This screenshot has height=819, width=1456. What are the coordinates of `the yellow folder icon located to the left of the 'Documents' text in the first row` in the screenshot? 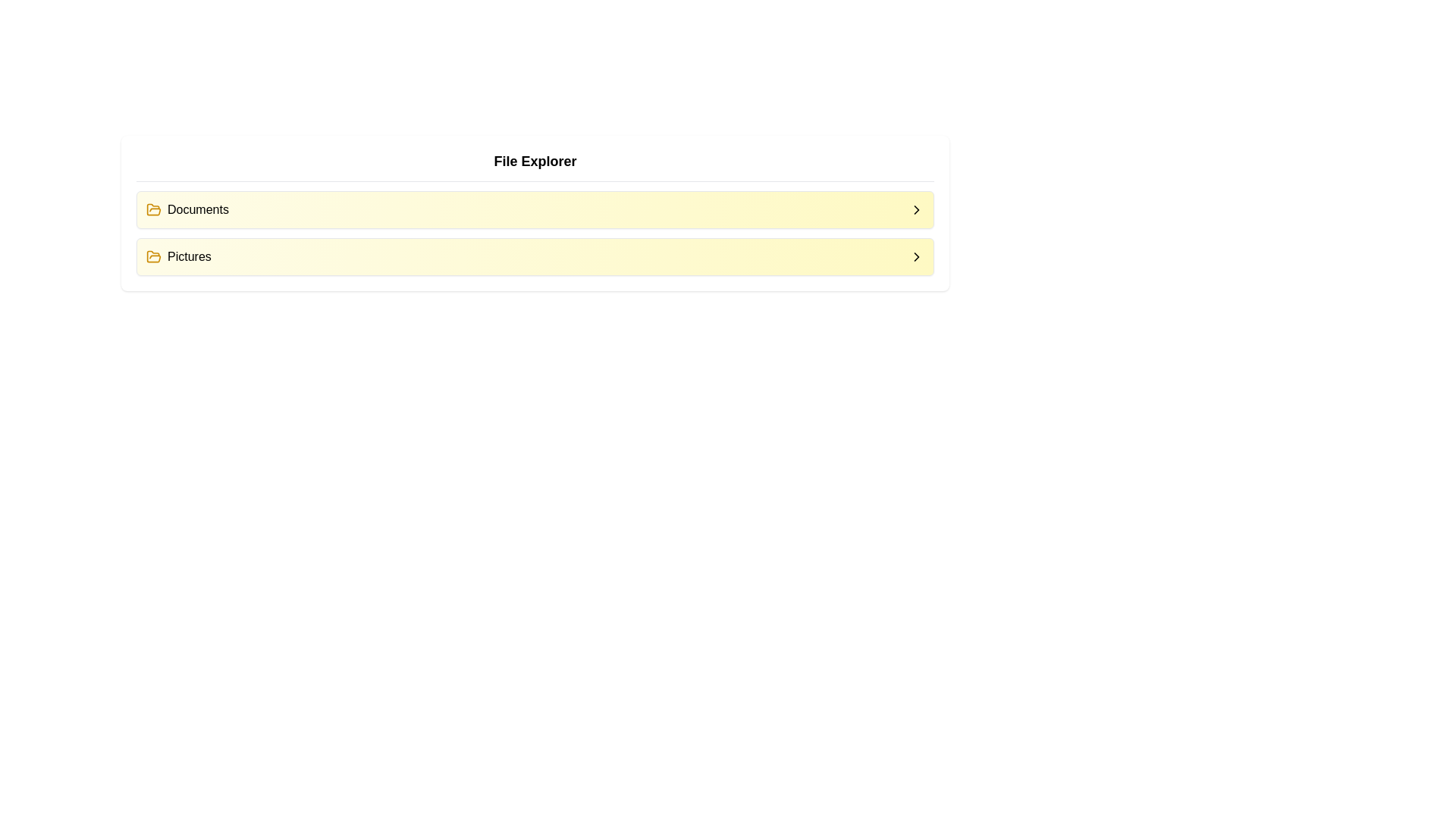 It's located at (153, 210).